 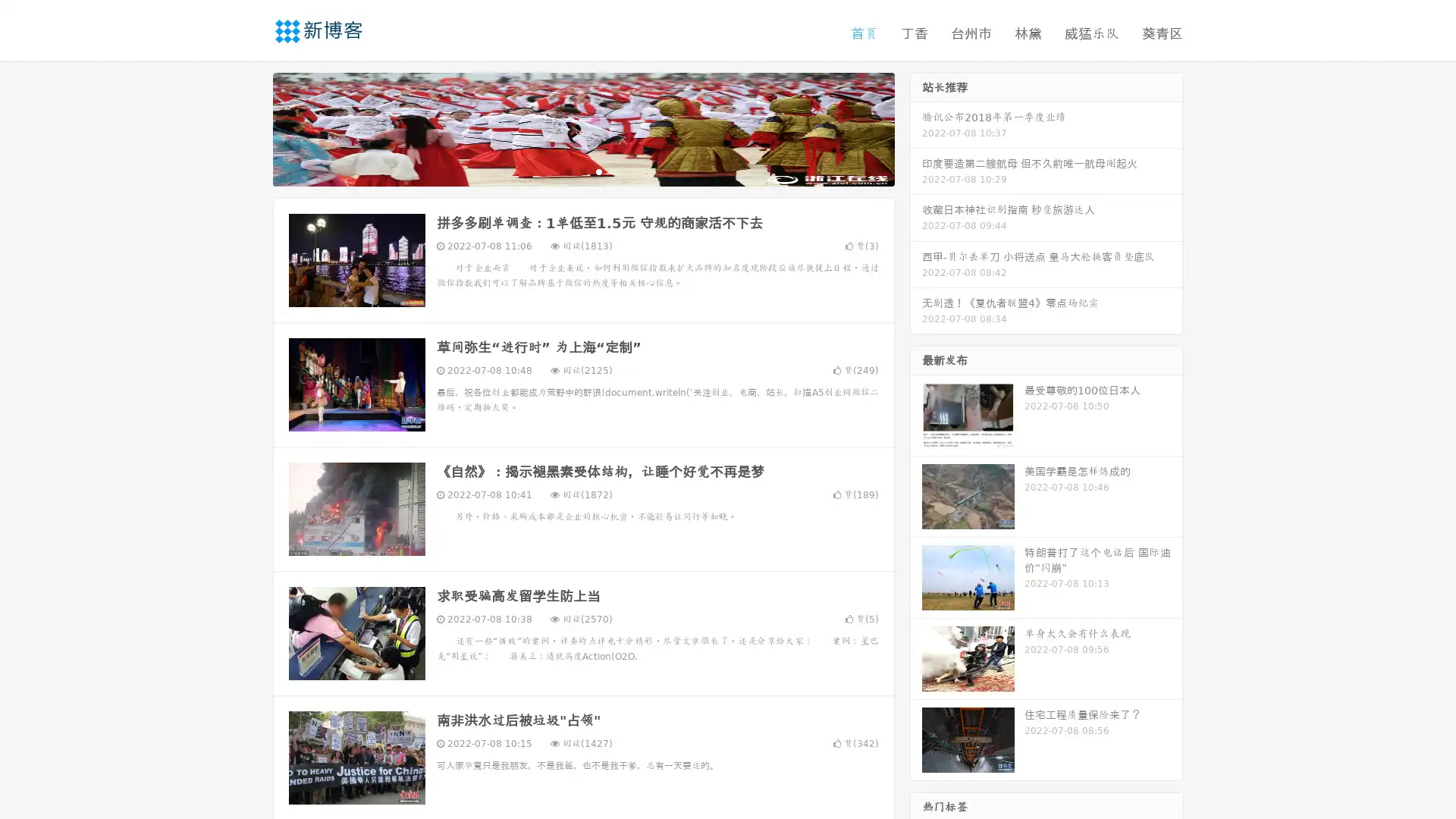 I want to click on Go to slide 3, so click(x=598, y=171).